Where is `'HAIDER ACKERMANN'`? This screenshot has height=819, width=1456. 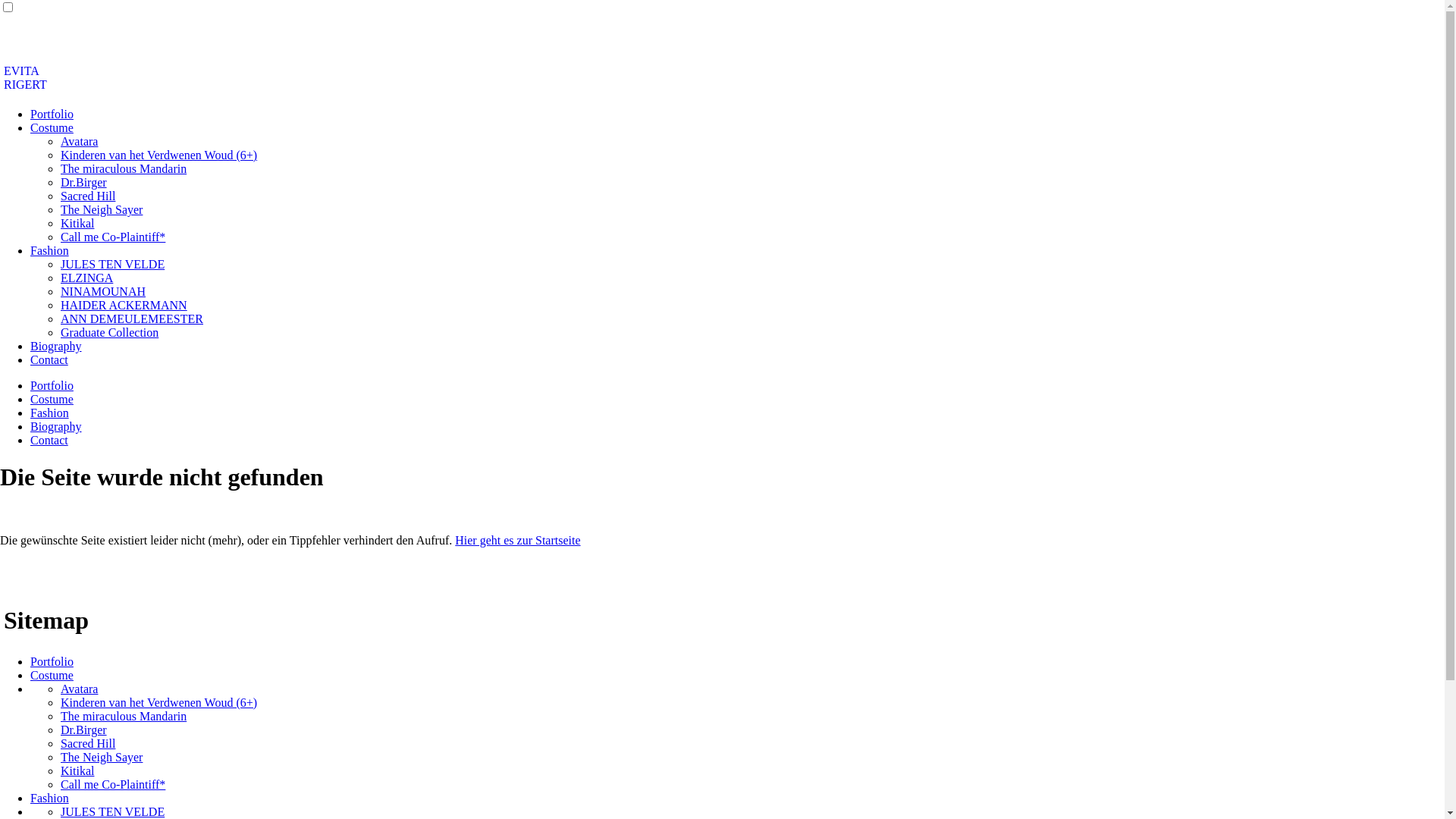
'HAIDER ACKERMANN' is located at coordinates (124, 305).